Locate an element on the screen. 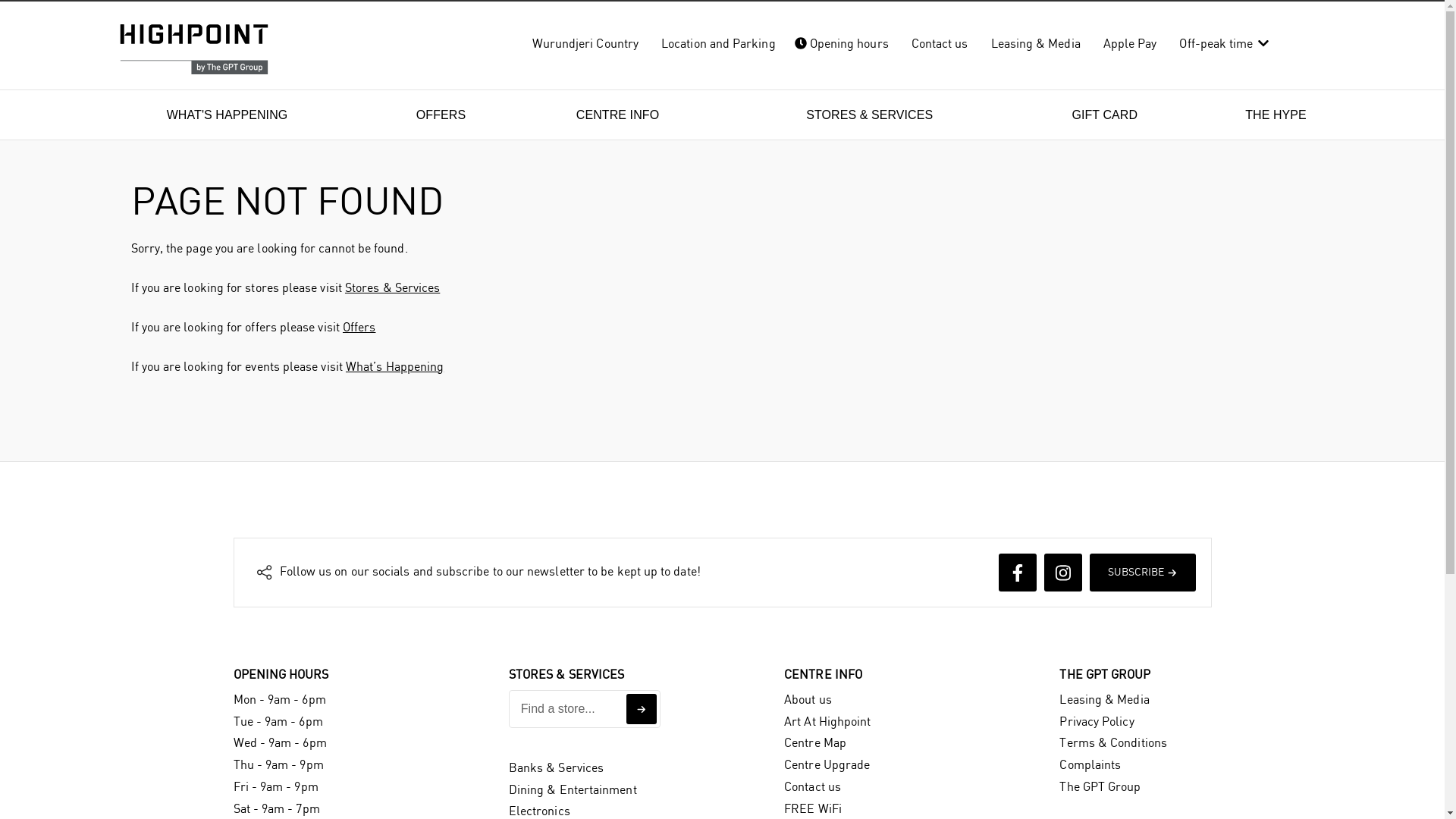  'FREE WiFi' is located at coordinates (783, 808).